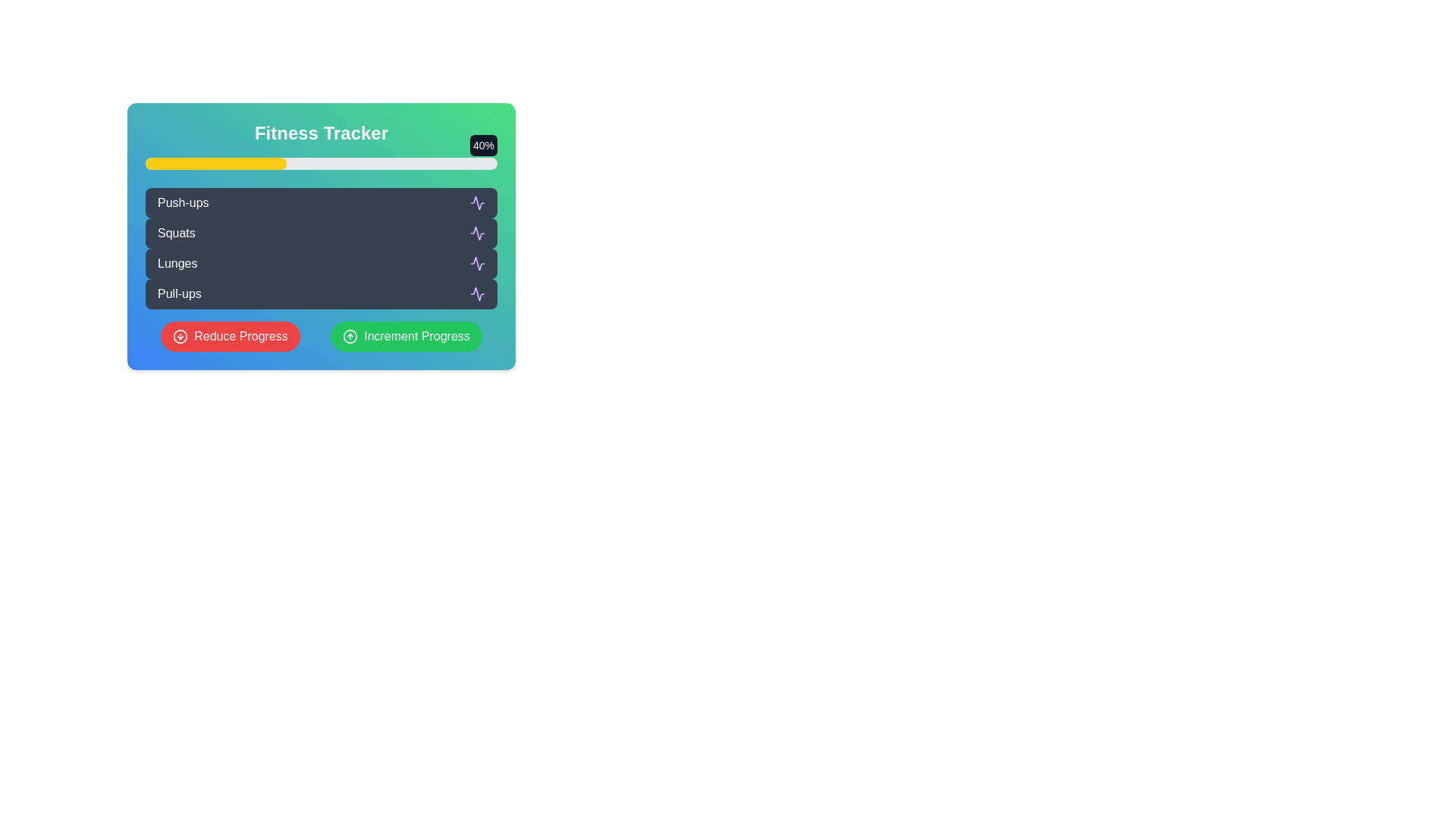  What do you see at coordinates (483, 146) in the screenshot?
I see `the tooltip-like label displaying '40%' with a dark background located at the top-right corner of the progress bar` at bounding box center [483, 146].